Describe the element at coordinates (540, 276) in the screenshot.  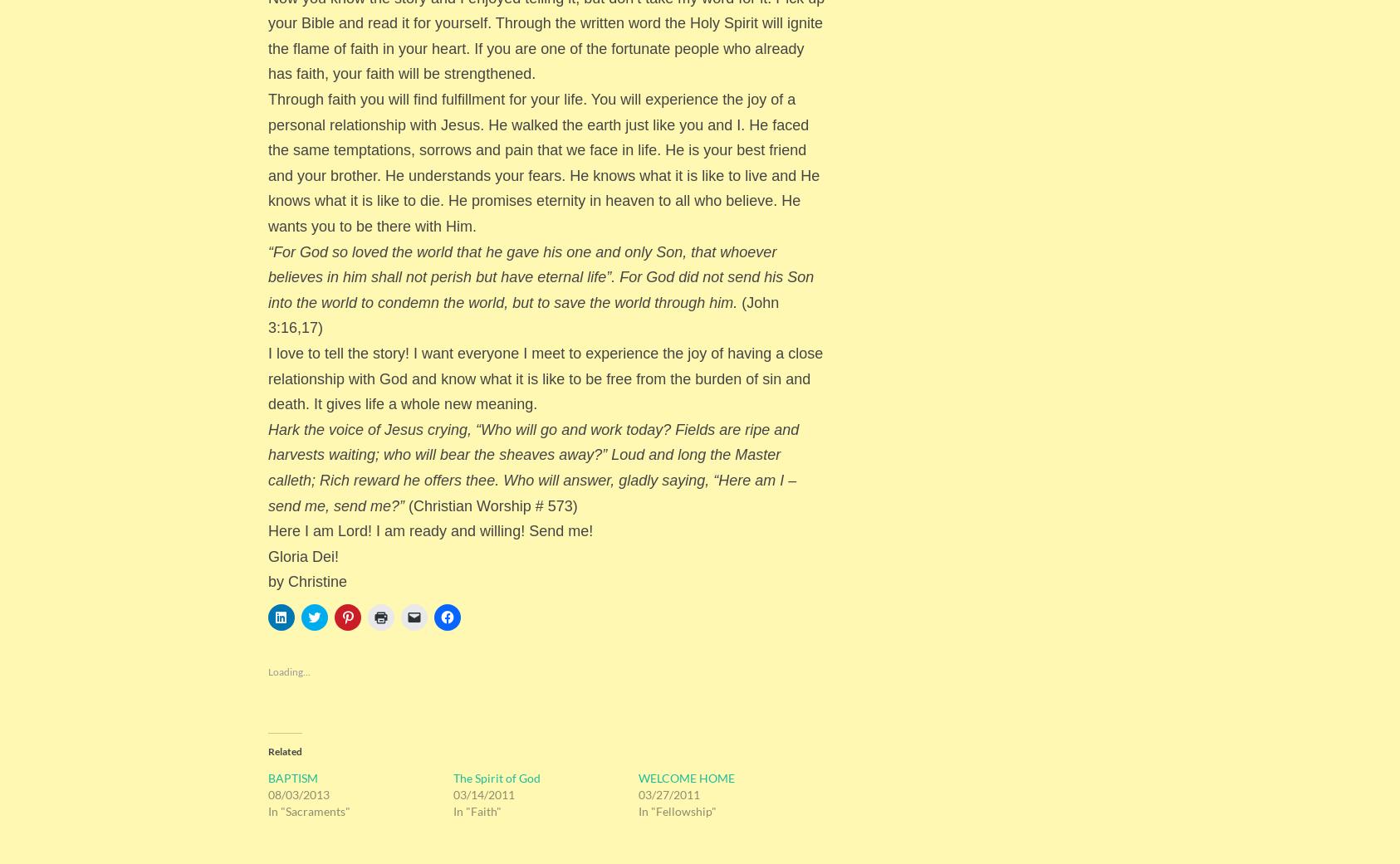
I see `'“For God so loved the world that he gave his one and only Son, that whoever believes in him shall not perish but have eternal life”. For God did not send his Son into the world to condemn the world, but to save the world through him.'` at that location.